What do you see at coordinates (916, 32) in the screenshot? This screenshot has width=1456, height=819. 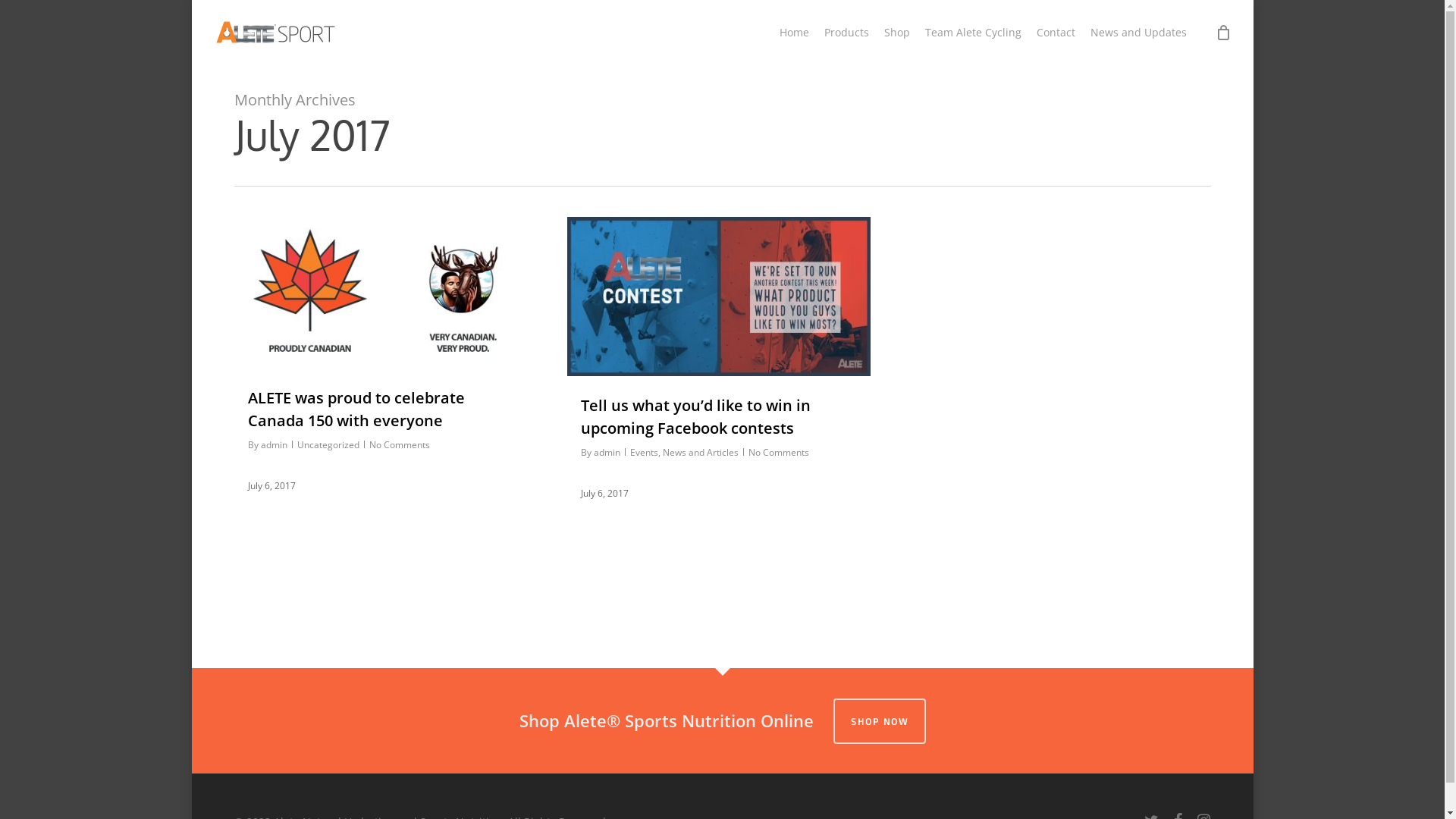 I see `'Team Alete Cycling'` at bounding box center [916, 32].